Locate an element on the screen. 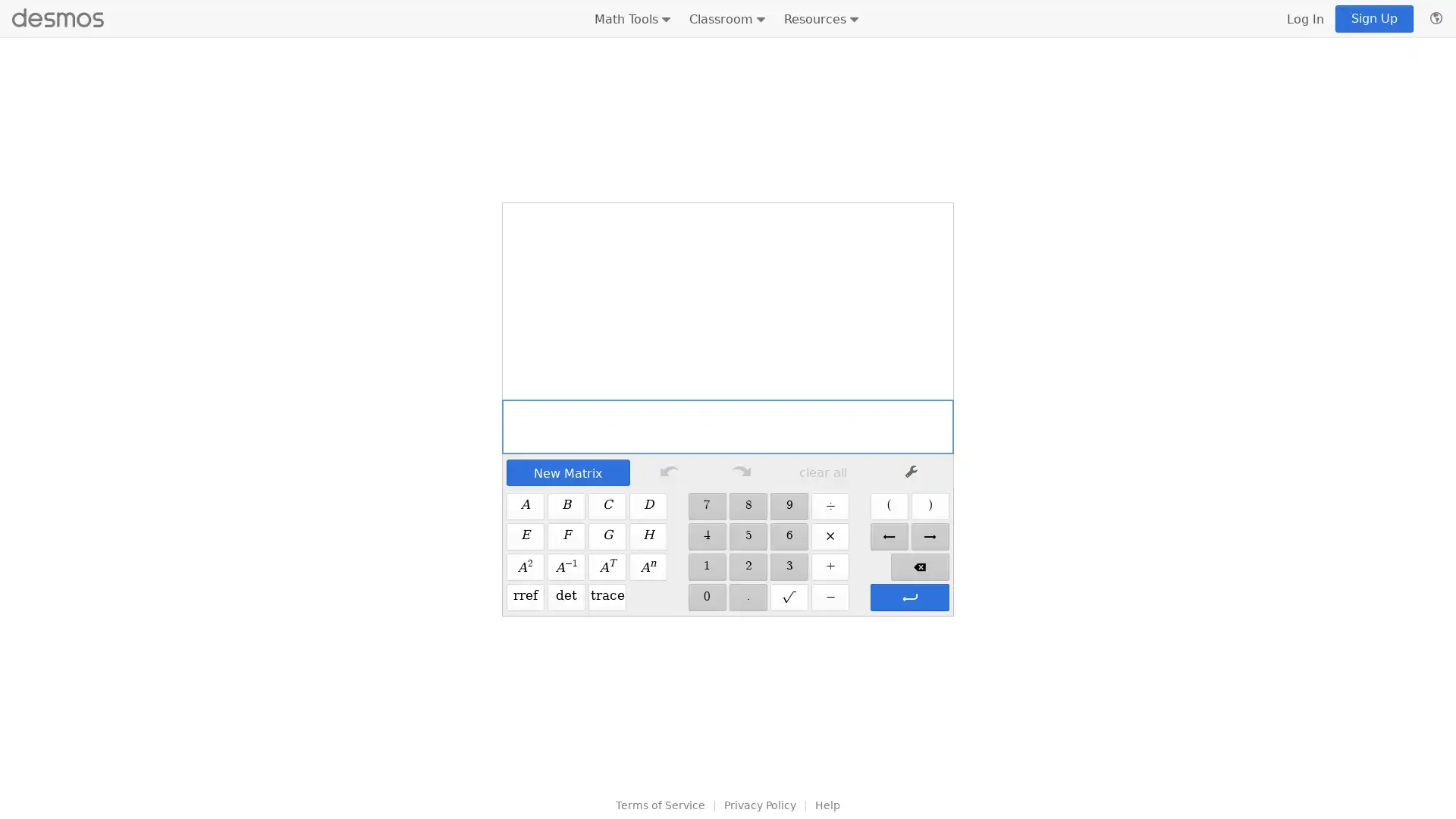 The height and width of the screenshot is (819, 1456). 5 is located at coordinates (748, 536).